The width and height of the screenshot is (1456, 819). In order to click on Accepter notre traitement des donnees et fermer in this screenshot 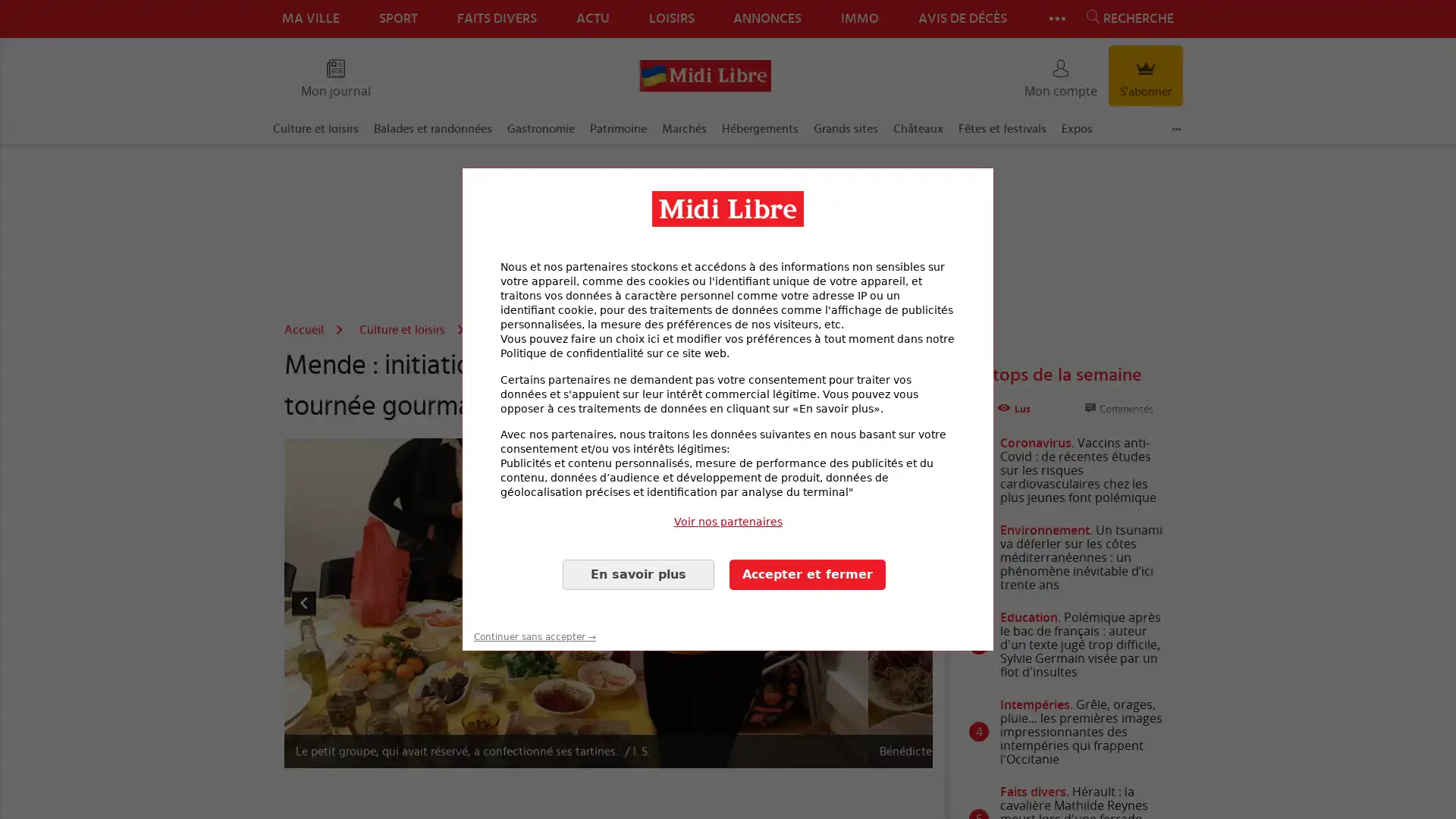, I will do `click(807, 574)`.